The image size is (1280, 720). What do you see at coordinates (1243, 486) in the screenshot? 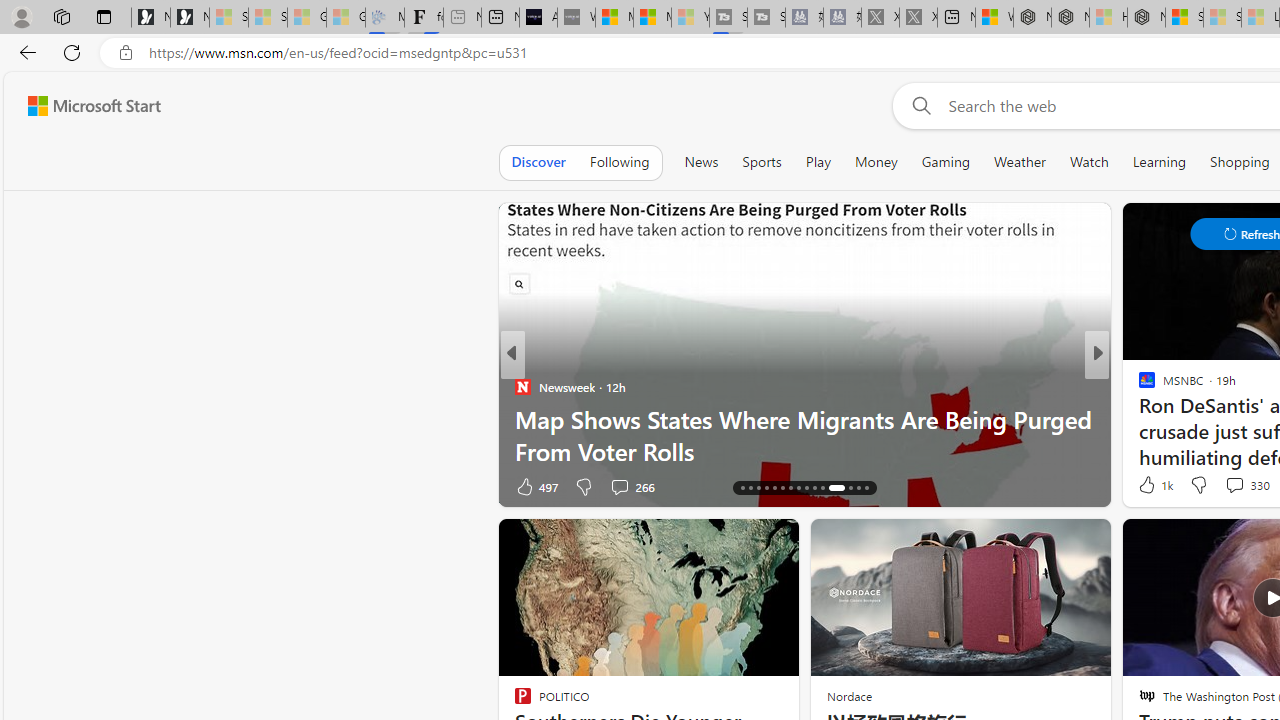
I see `'View comments 96 Comment'` at bounding box center [1243, 486].